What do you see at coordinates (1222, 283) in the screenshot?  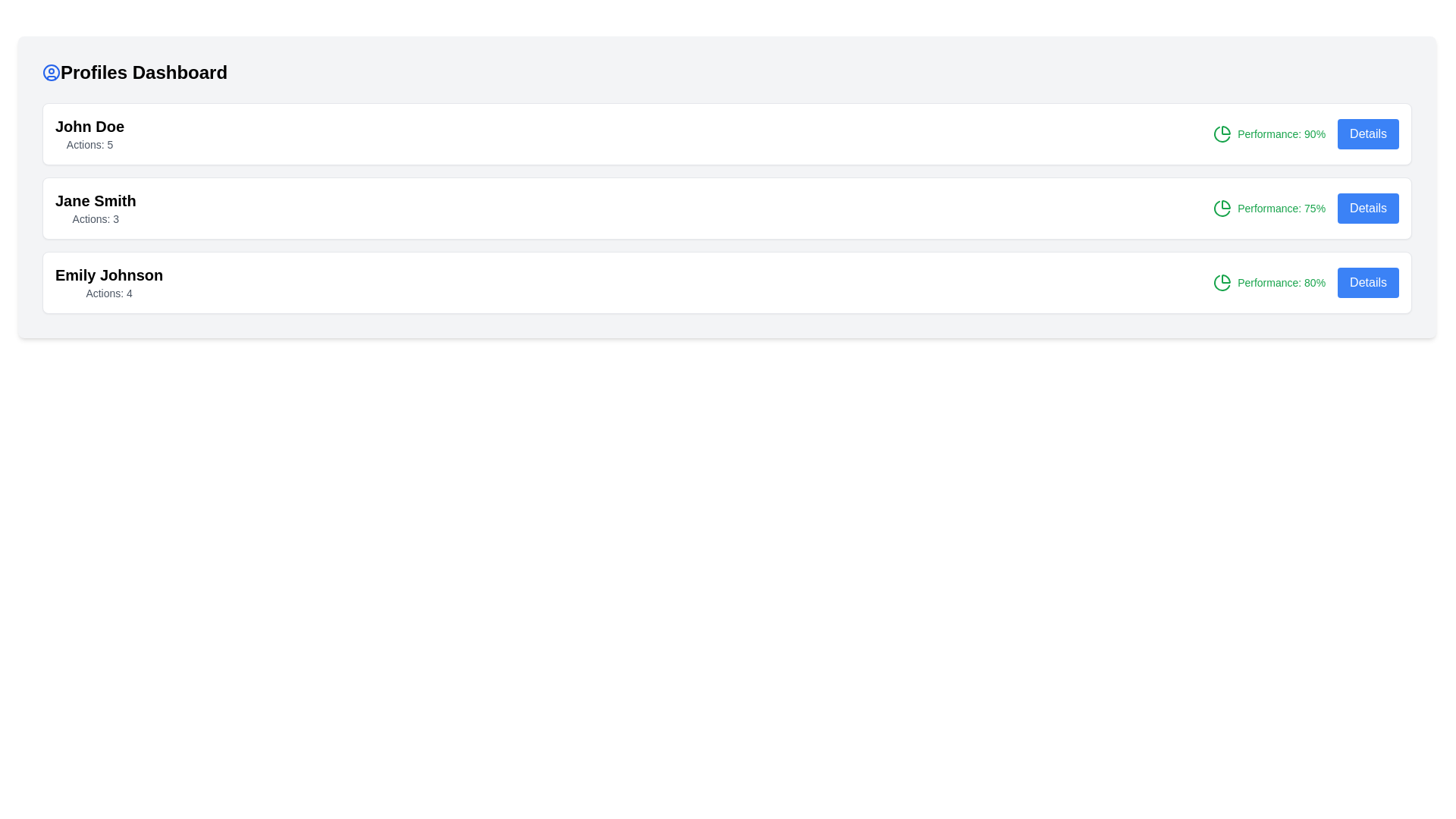 I see `the green pie chart icon representing performance, located in the third row alongside the text 'Performance: 80%'` at bounding box center [1222, 283].